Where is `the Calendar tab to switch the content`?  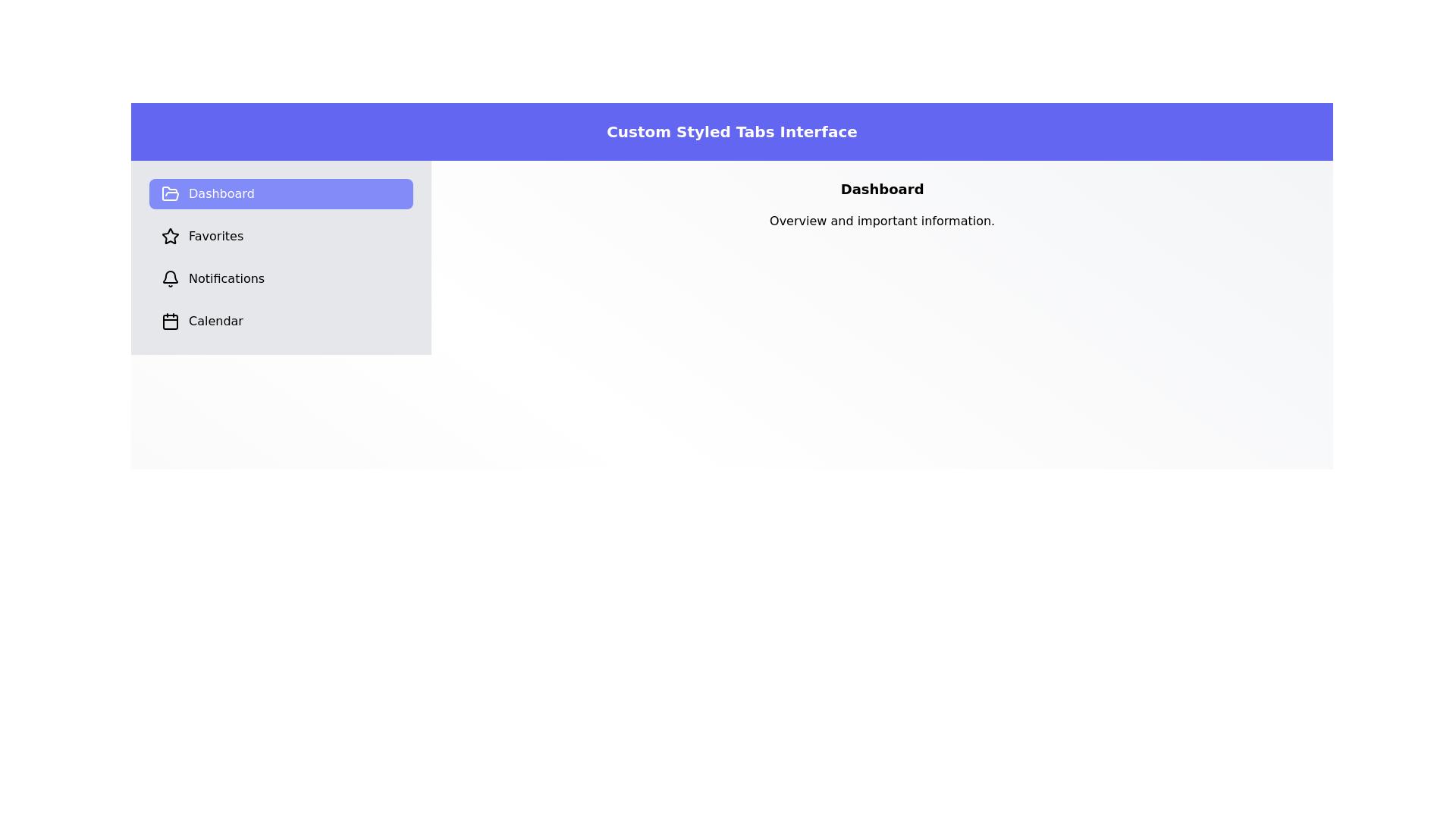
the Calendar tab to switch the content is located at coordinates (281, 321).